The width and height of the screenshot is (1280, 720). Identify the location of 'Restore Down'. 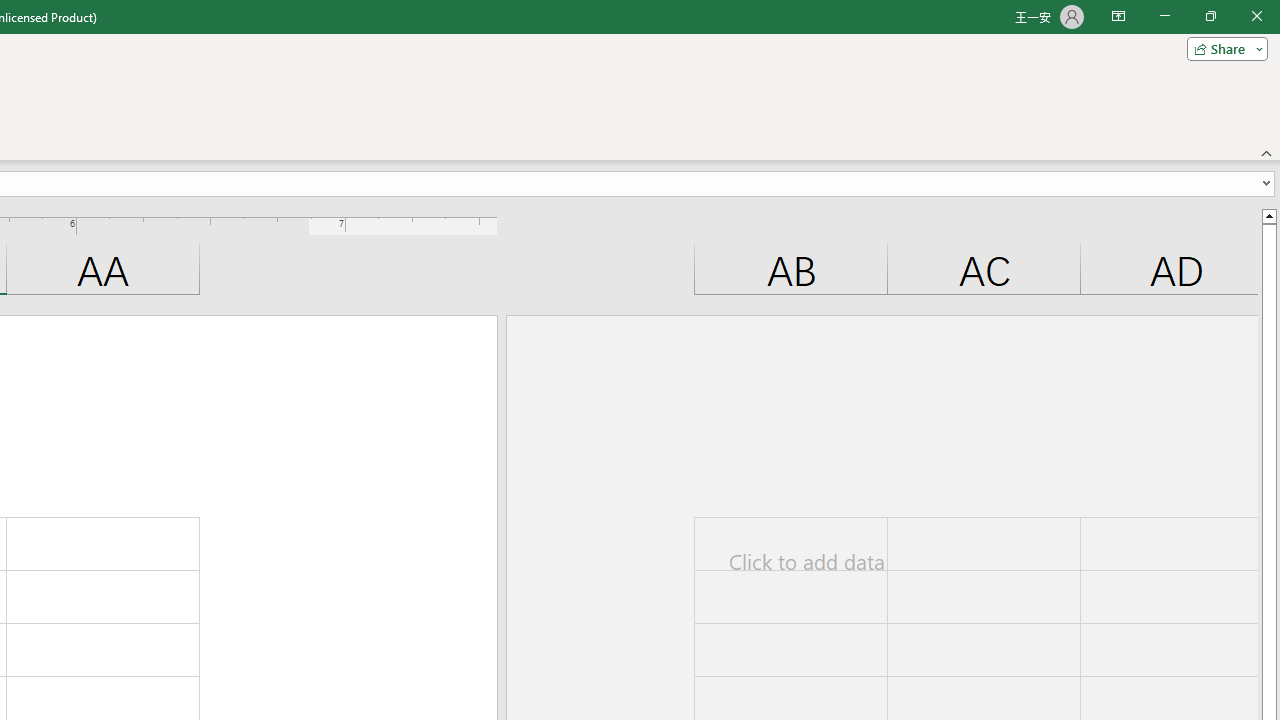
(1209, 16).